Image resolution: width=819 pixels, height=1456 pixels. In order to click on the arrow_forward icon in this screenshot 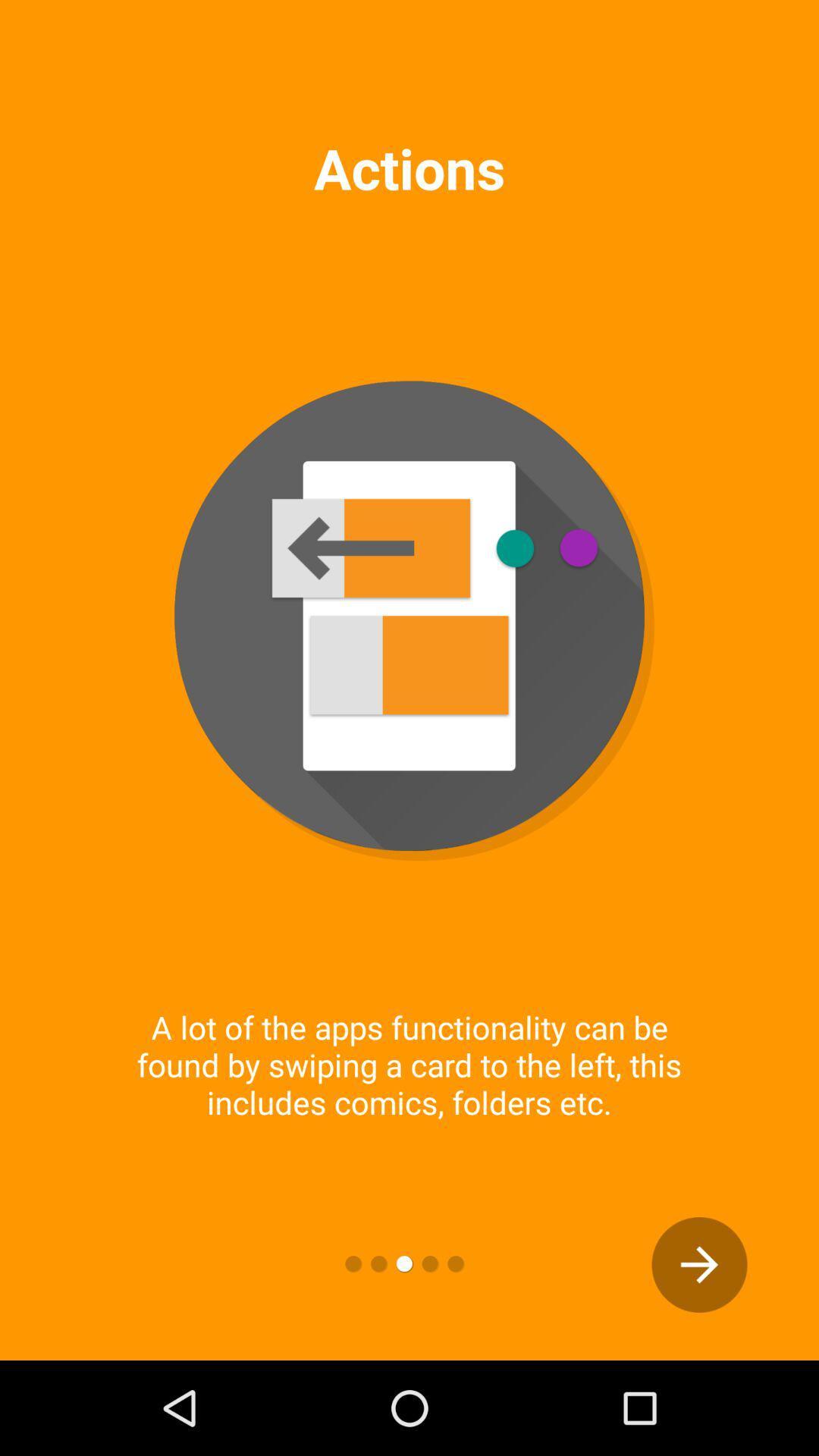, I will do `click(699, 1264)`.